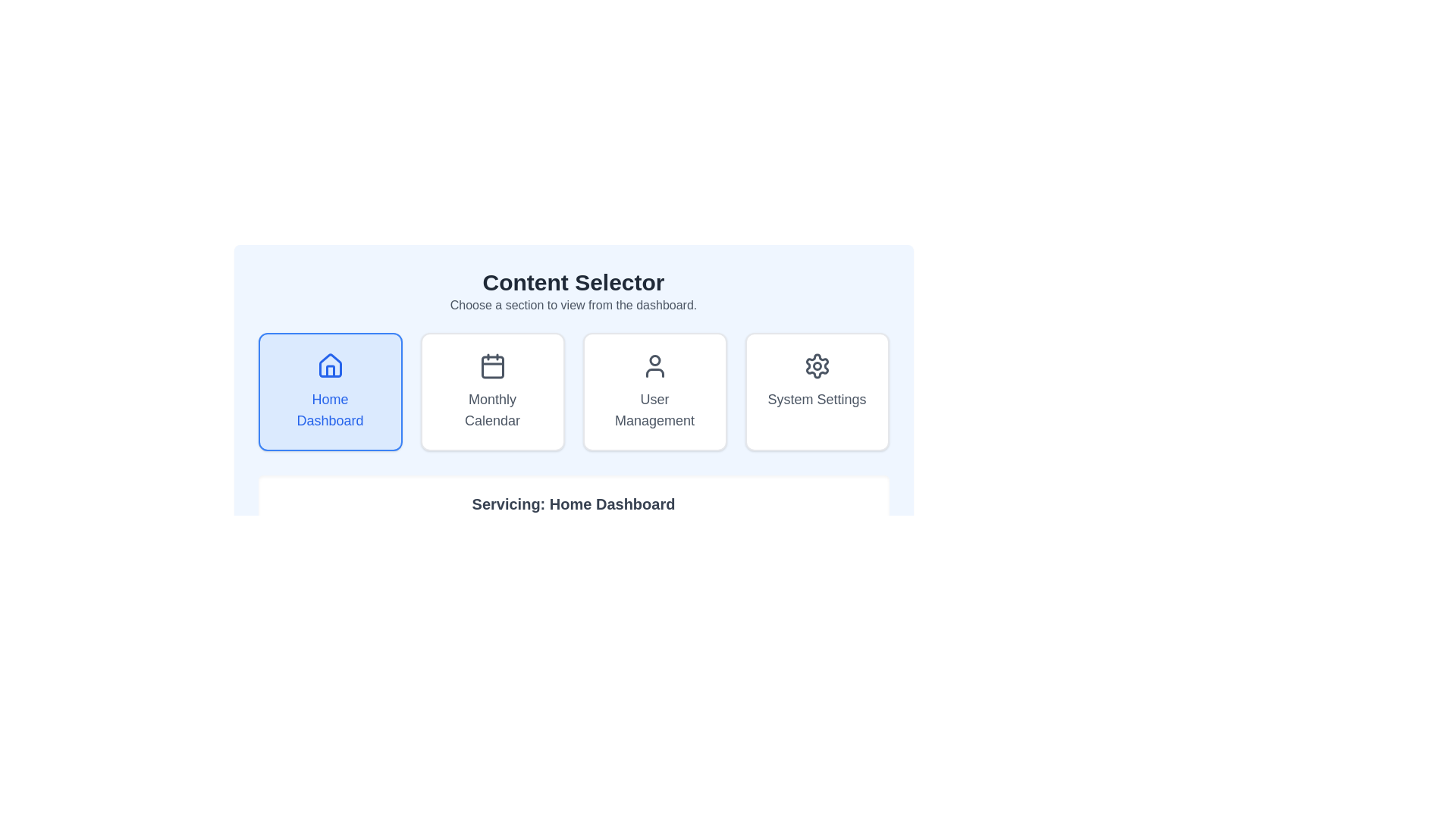  Describe the element at coordinates (654, 409) in the screenshot. I see `text label indicating the purpose of the 'User Management' card, which is centrally located below the icon within the card` at that location.